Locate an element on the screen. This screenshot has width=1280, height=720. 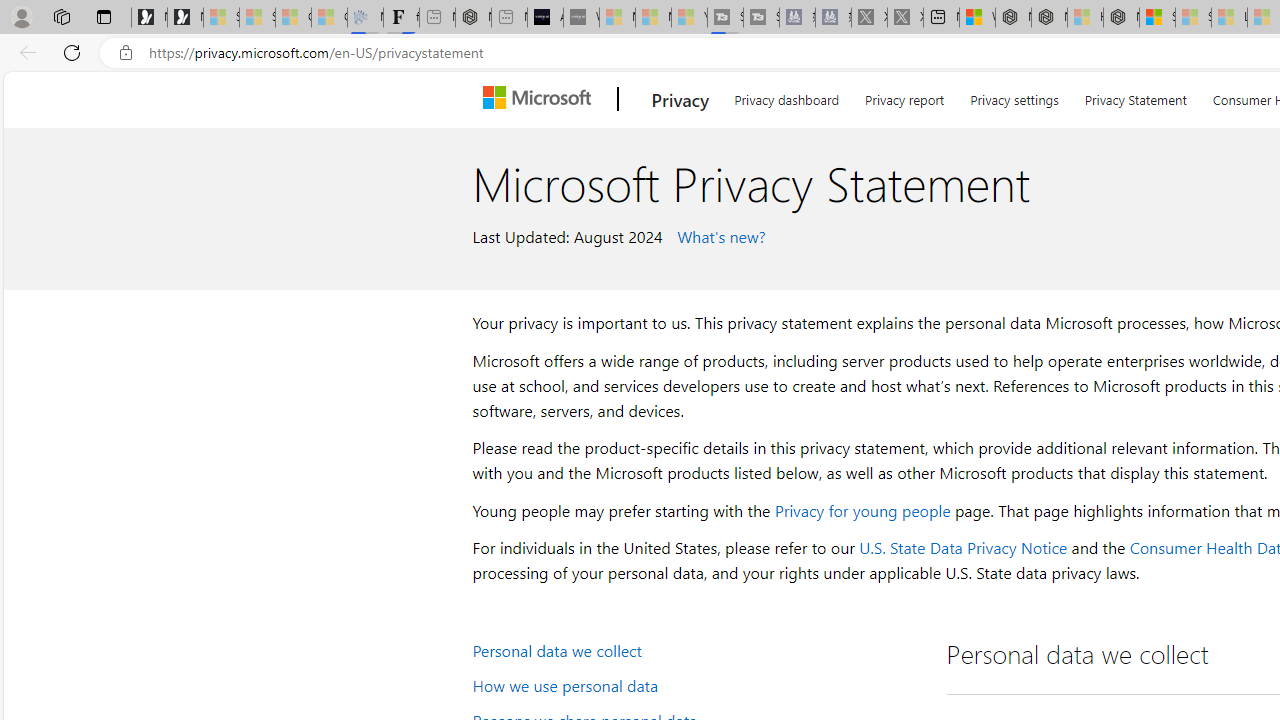
'Microsoft Start Sports - Sleeping' is located at coordinates (616, 17).